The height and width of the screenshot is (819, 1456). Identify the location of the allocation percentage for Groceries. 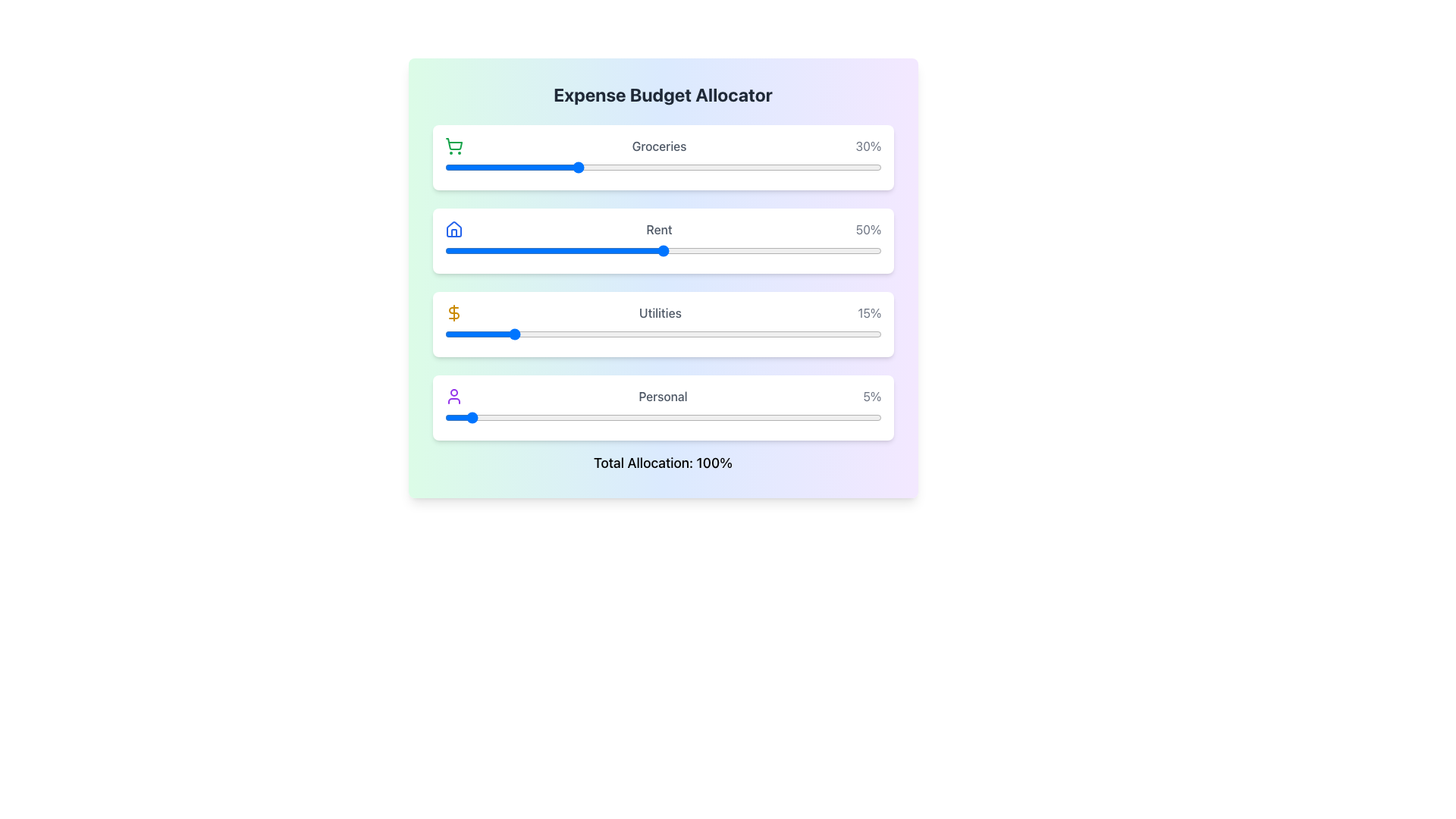
(510, 167).